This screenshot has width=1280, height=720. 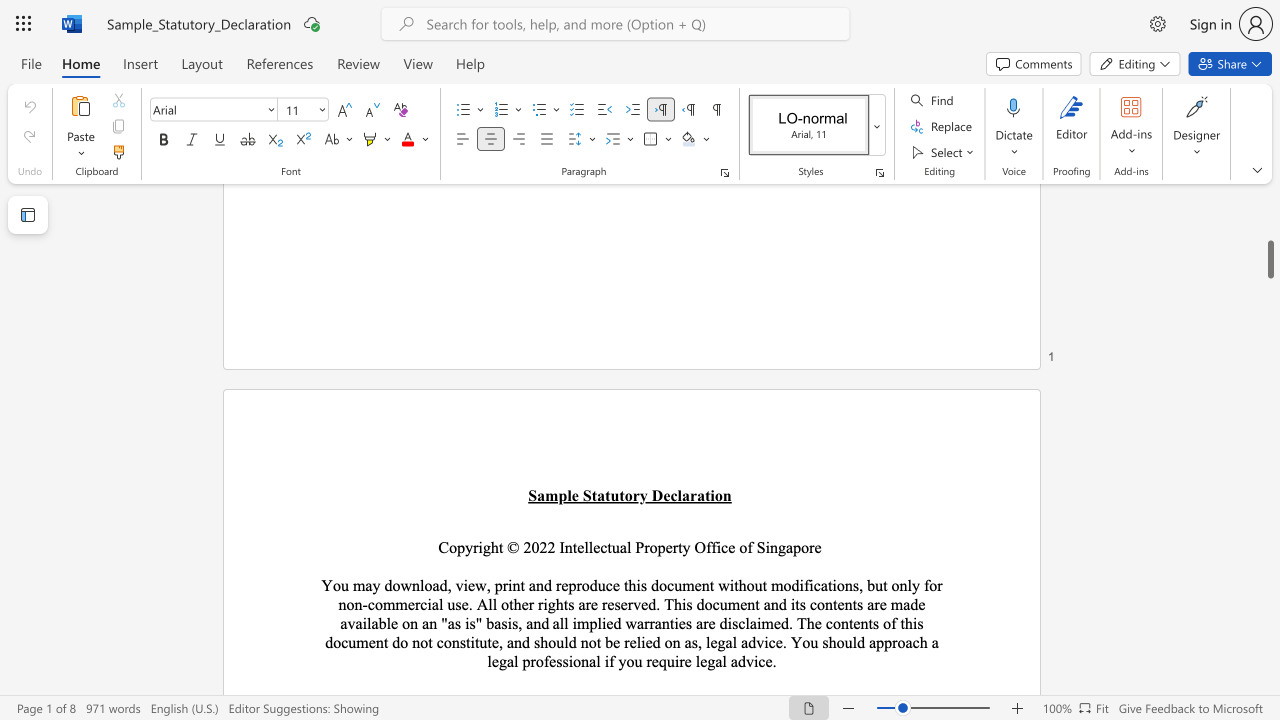 What do you see at coordinates (1269, 300) in the screenshot?
I see `the scrollbar to scroll the page up` at bounding box center [1269, 300].